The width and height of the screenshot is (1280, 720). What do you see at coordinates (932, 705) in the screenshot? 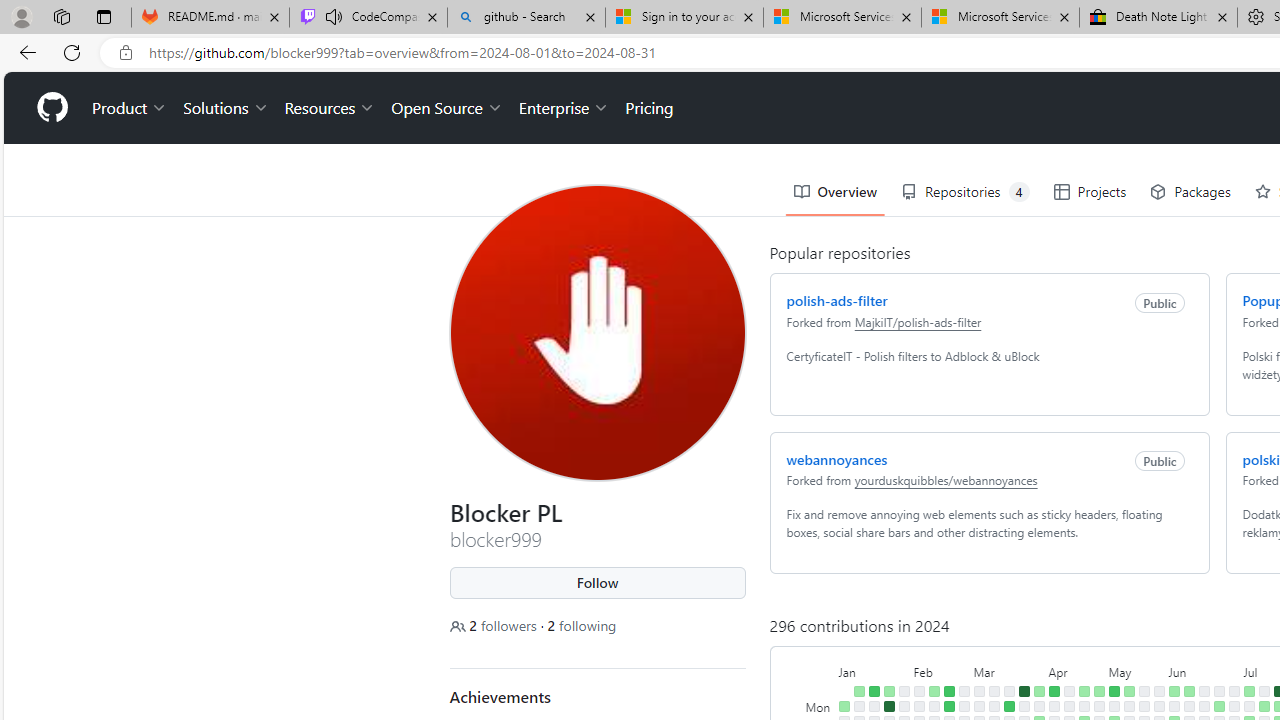
I see `'No contributions on February 12th.'` at bounding box center [932, 705].